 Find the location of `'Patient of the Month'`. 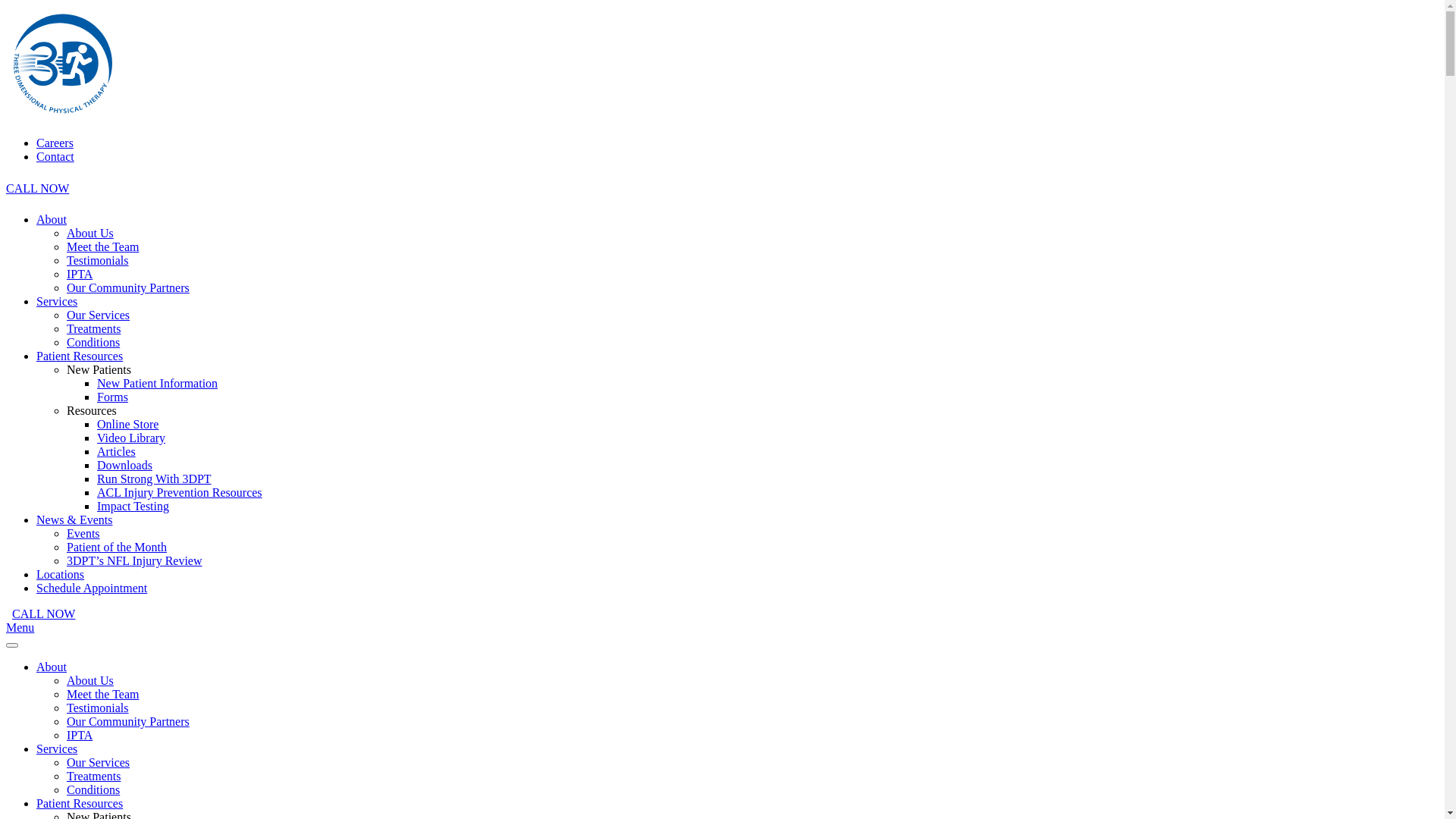

'Patient of the Month' is located at coordinates (115, 547).